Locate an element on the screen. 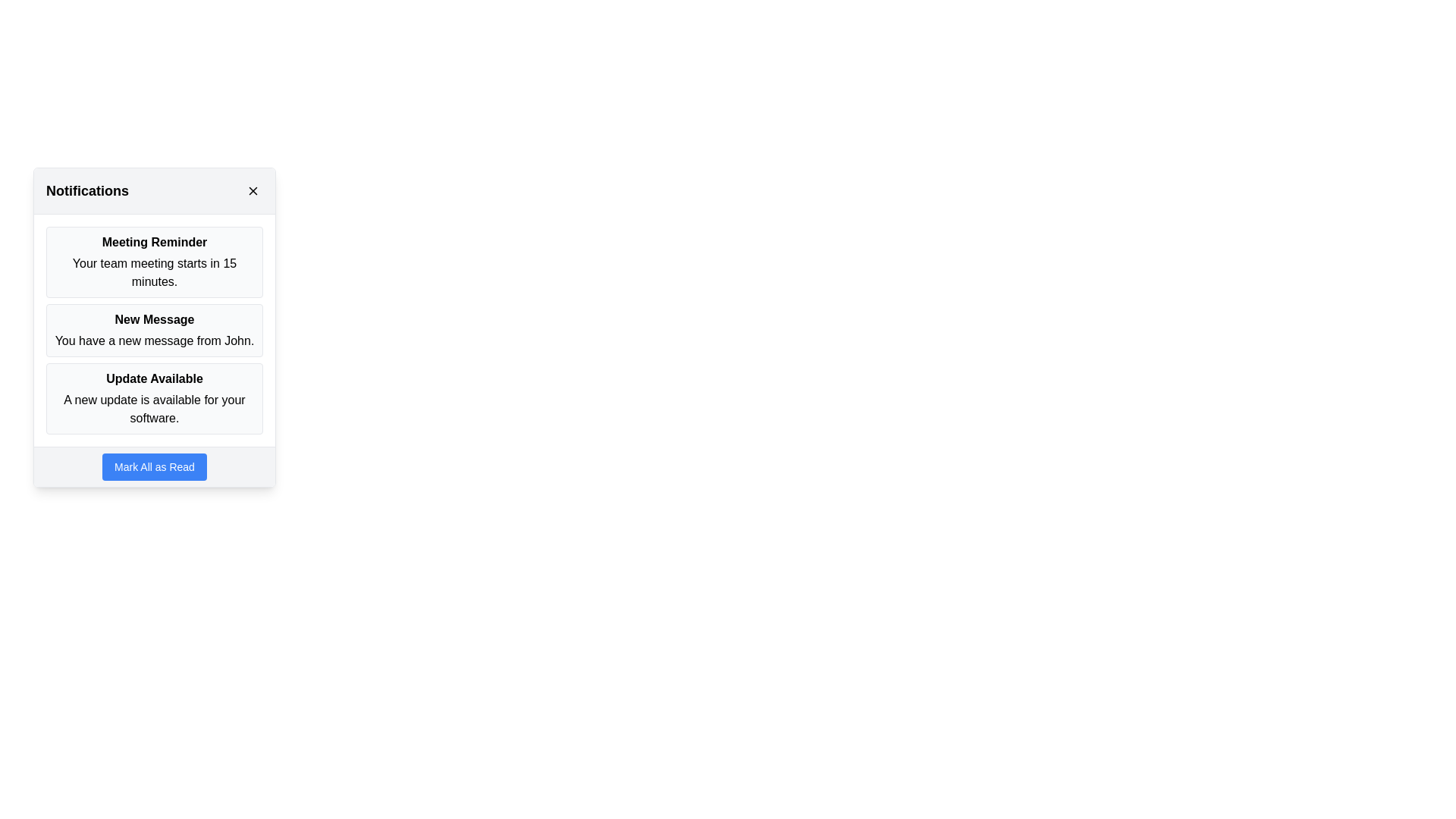 The image size is (1456, 819). informational text notification that states 'A new update is available for your software.' located in the notification panel under the title 'Update Available' is located at coordinates (154, 409).